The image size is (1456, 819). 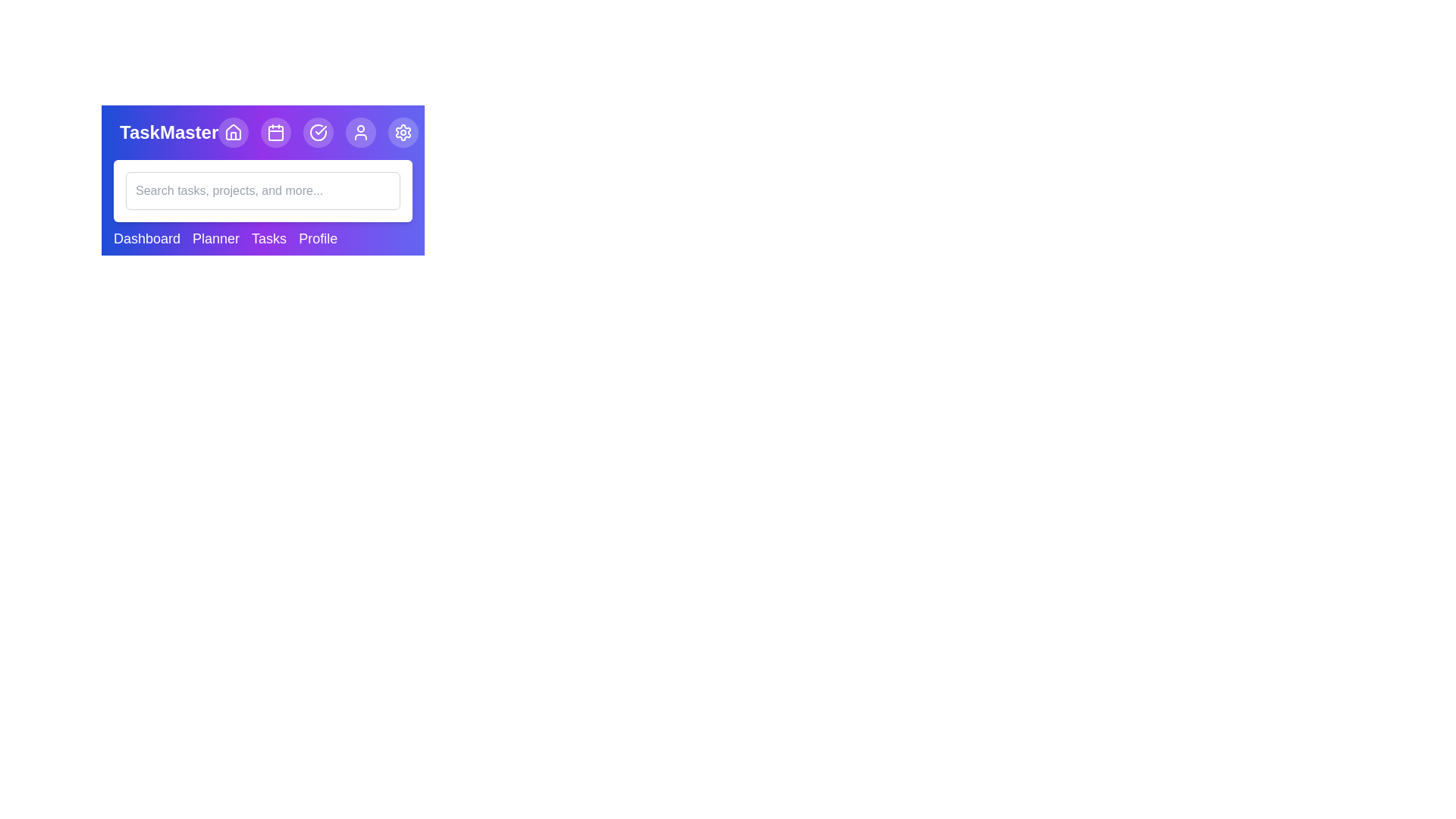 I want to click on the search icon button to toggle the visibility of the search bar, so click(x=445, y=131).